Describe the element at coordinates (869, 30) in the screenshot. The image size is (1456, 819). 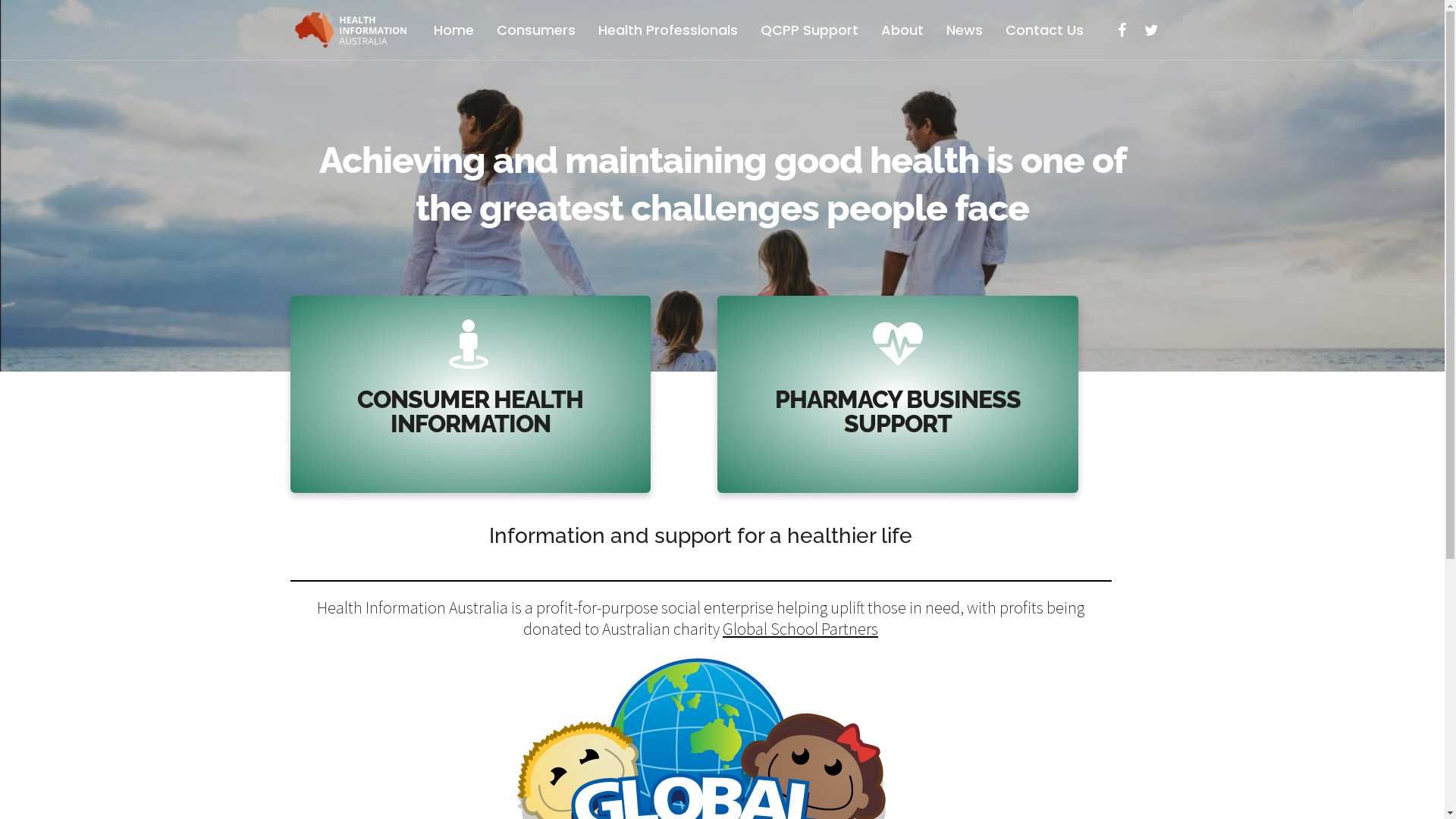
I see `'About'` at that location.